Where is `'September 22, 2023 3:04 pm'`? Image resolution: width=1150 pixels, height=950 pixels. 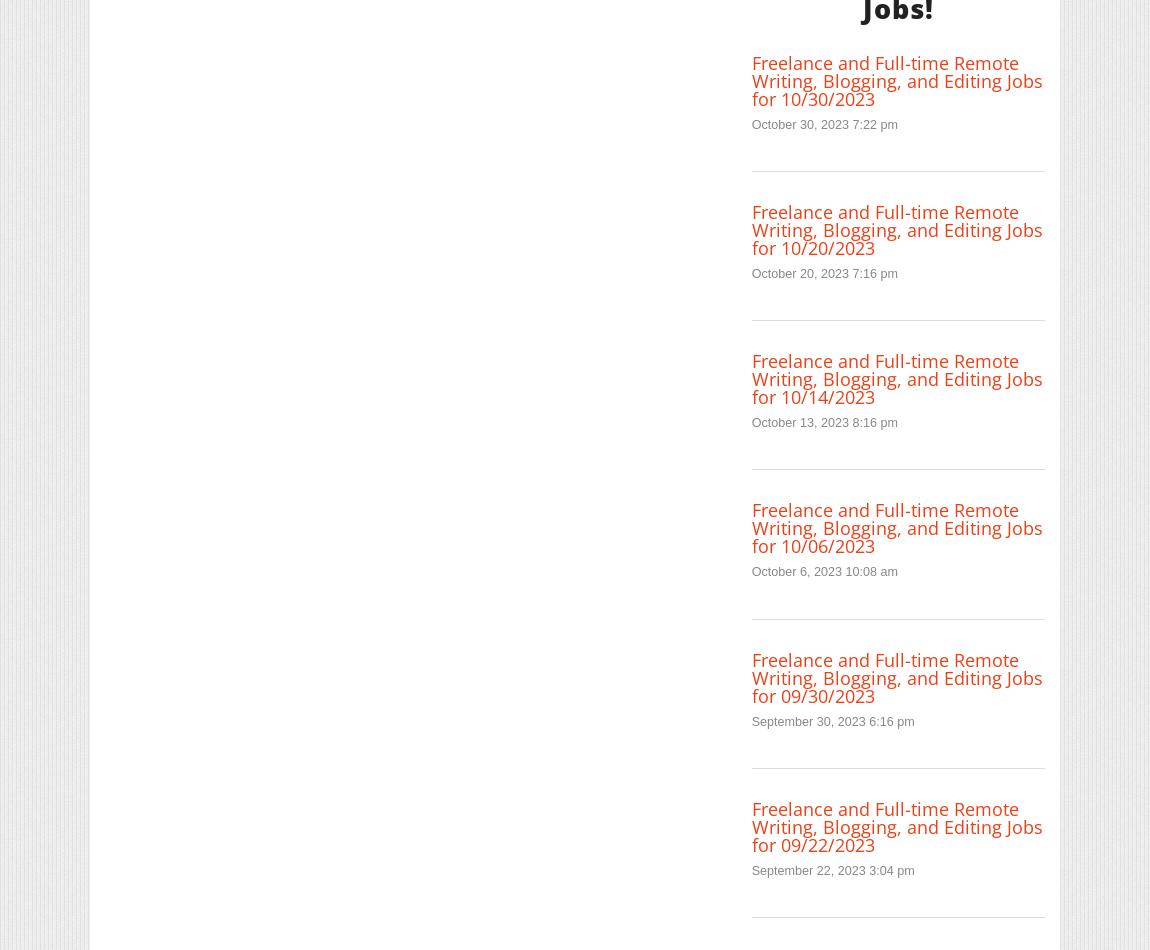 'September 22, 2023 3:04 pm' is located at coordinates (831, 869).